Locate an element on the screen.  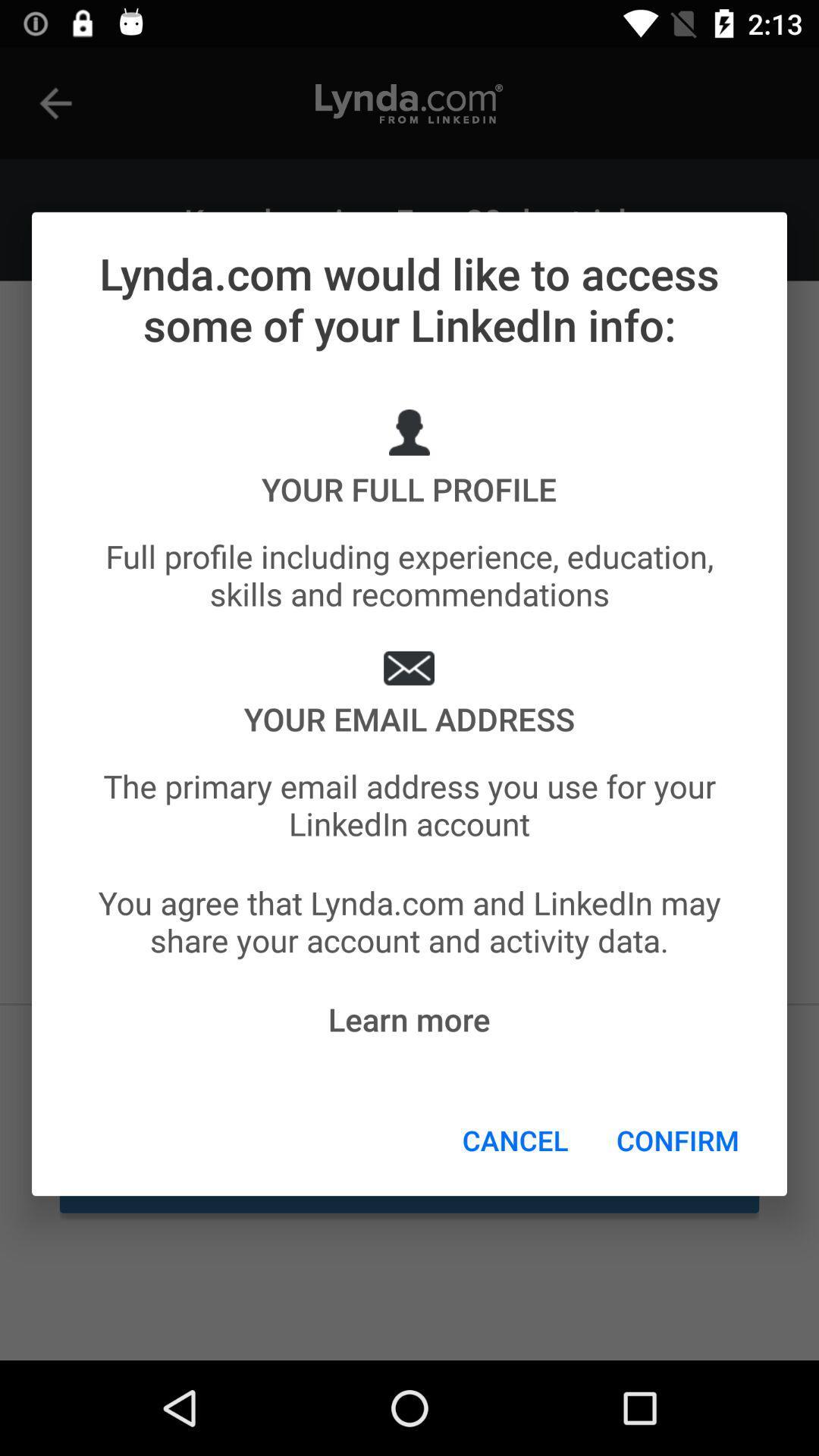
the item next to the cancel item is located at coordinates (677, 1140).